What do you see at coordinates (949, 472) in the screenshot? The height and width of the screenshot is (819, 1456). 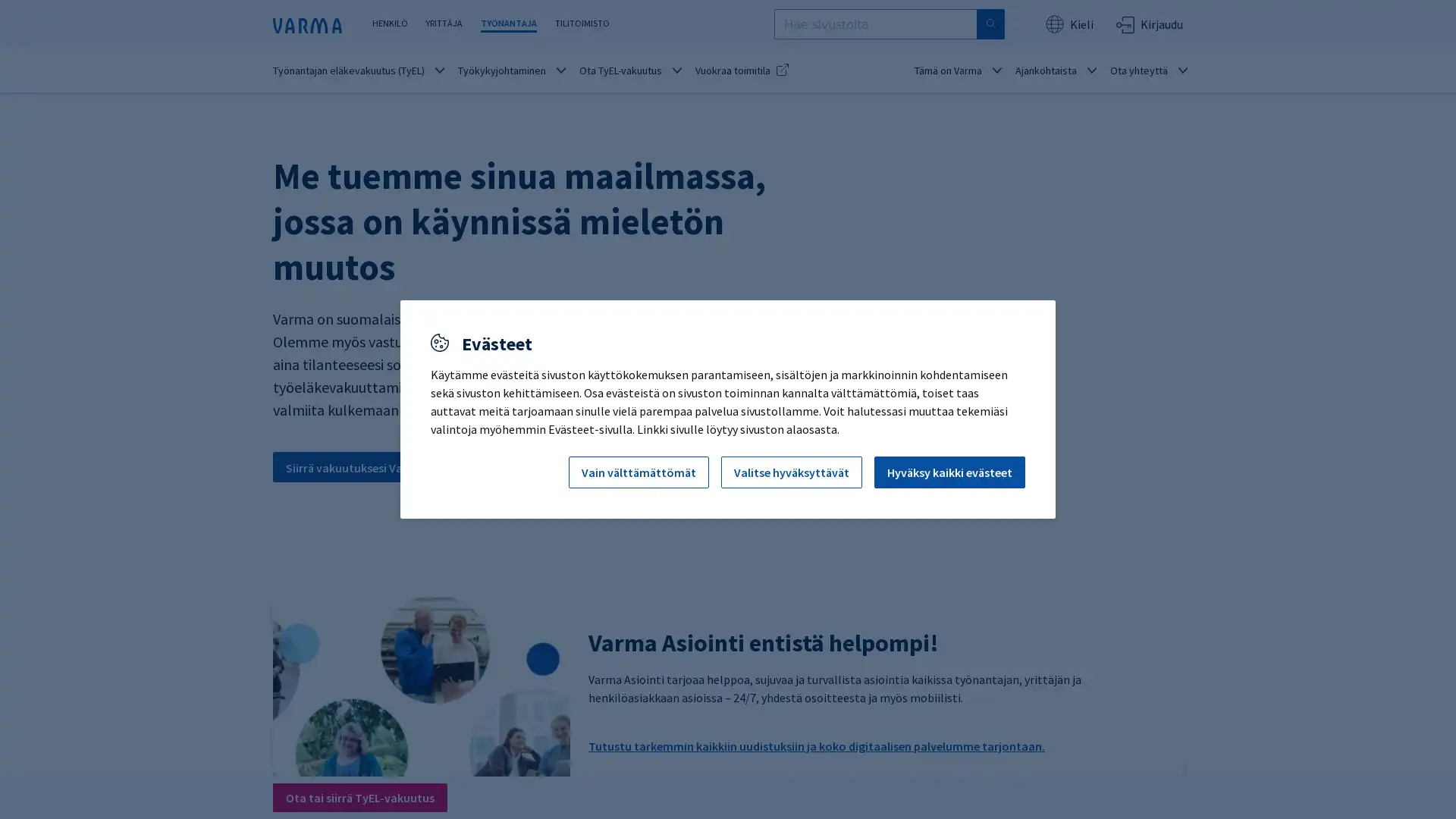 I see `Hyvaksy kaikki evasteet` at bounding box center [949, 472].